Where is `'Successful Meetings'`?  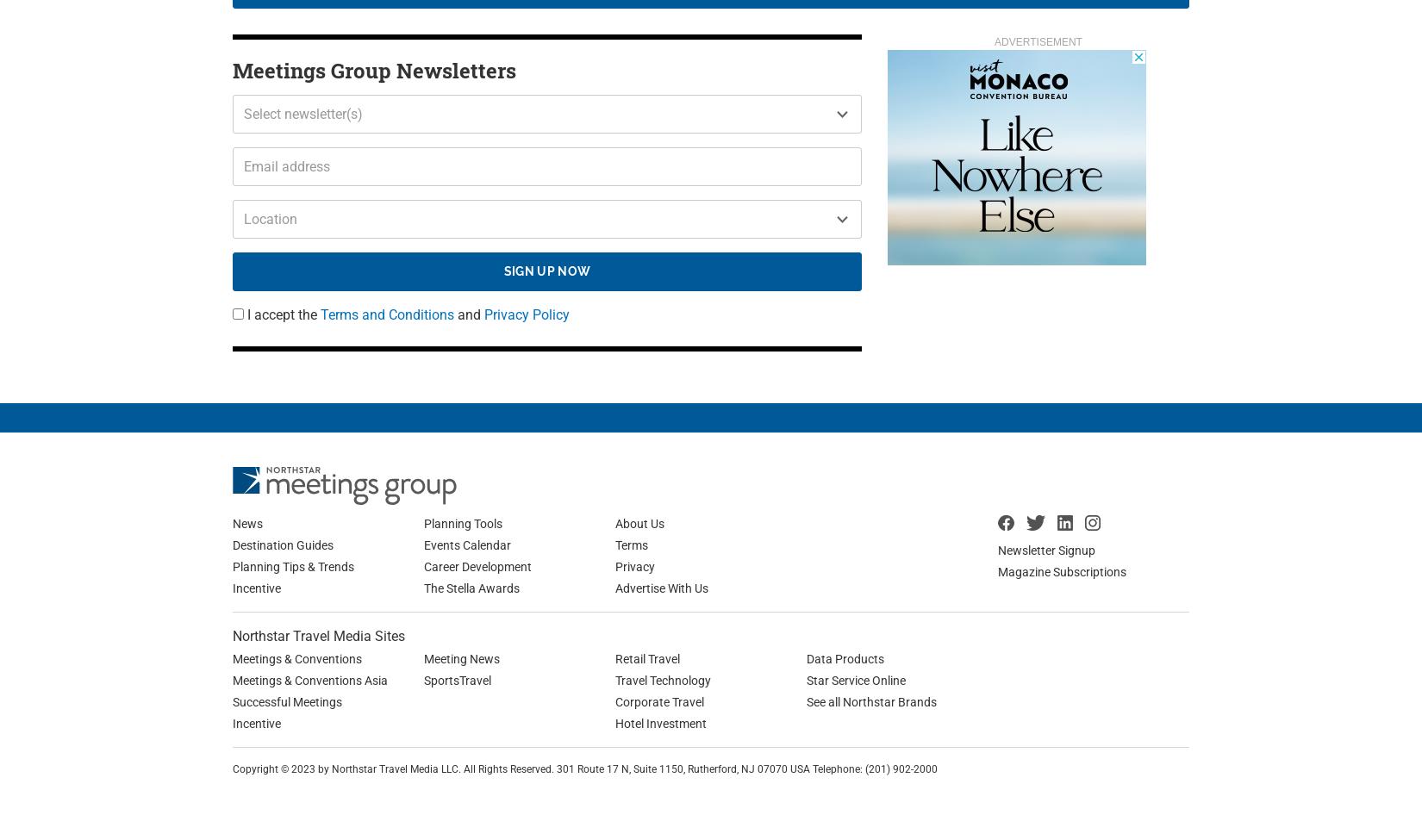 'Successful Meetings' is located at coordinates (287, 701).